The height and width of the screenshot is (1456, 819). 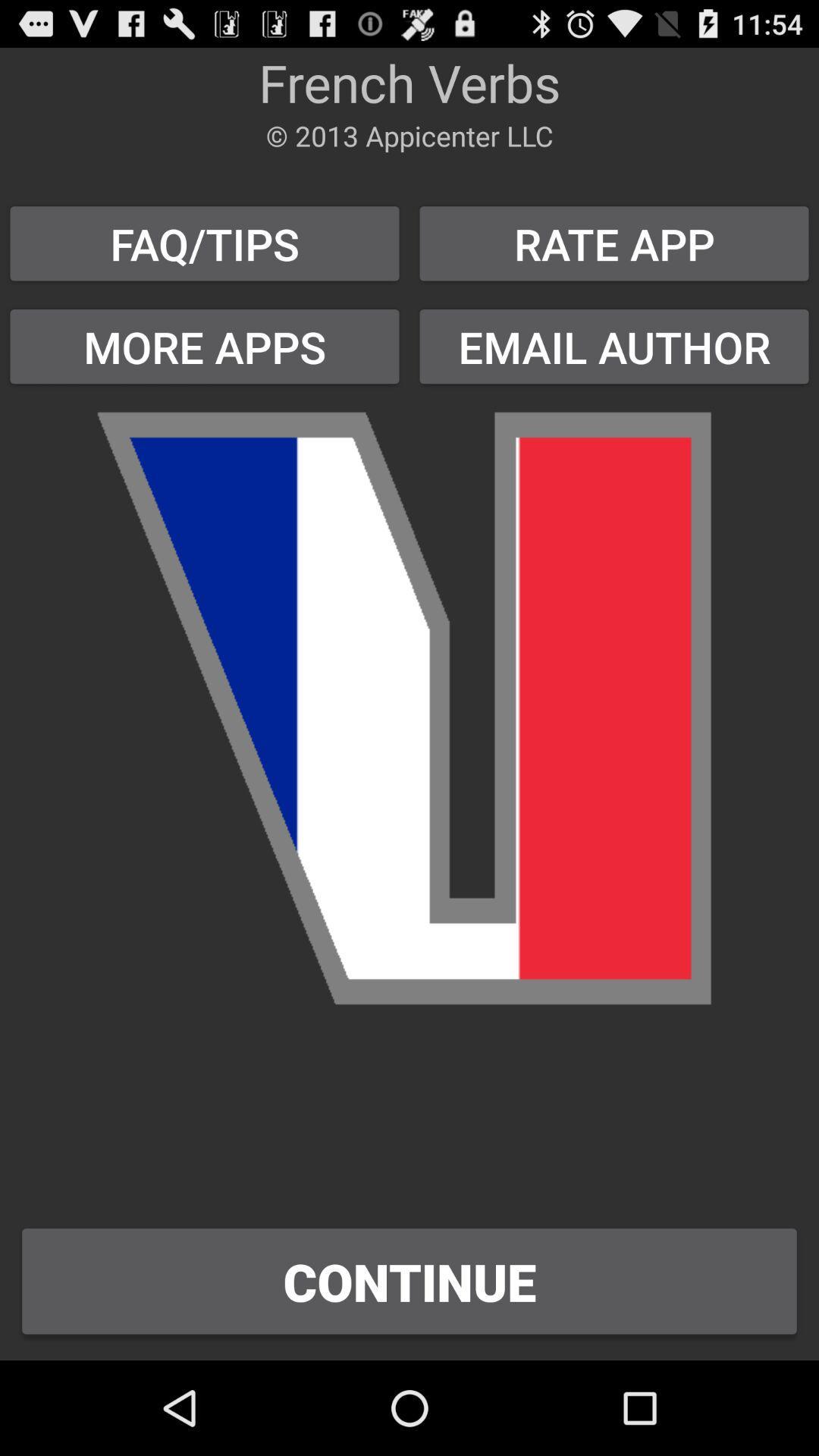 I want to click on the button next to the faq/tips, so click(x=614, y=346).